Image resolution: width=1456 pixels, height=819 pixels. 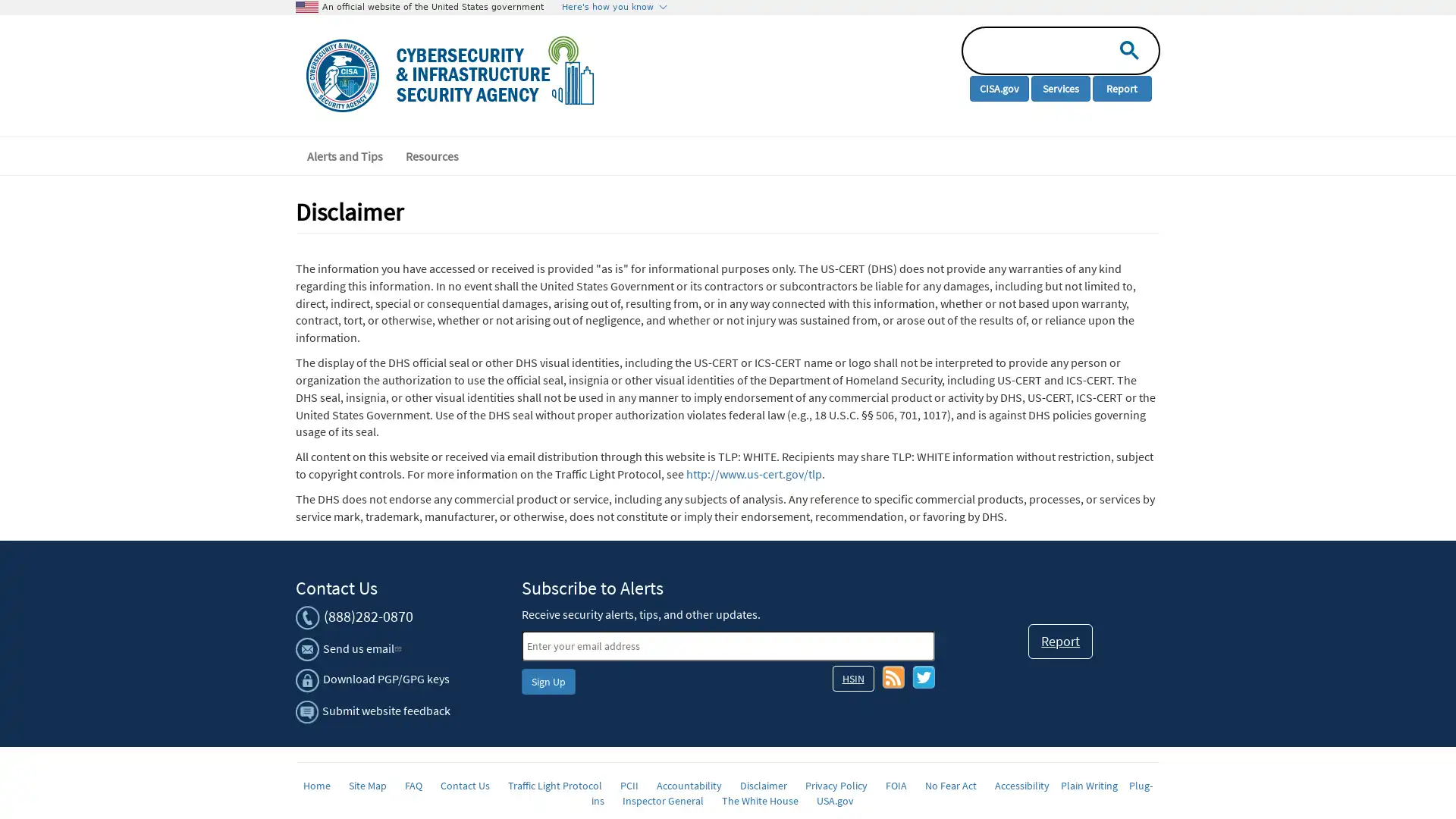 What do you see at coordinates (547, 680) in the screenshot?
I see `Sign Up` at bounding box center [547, 680].